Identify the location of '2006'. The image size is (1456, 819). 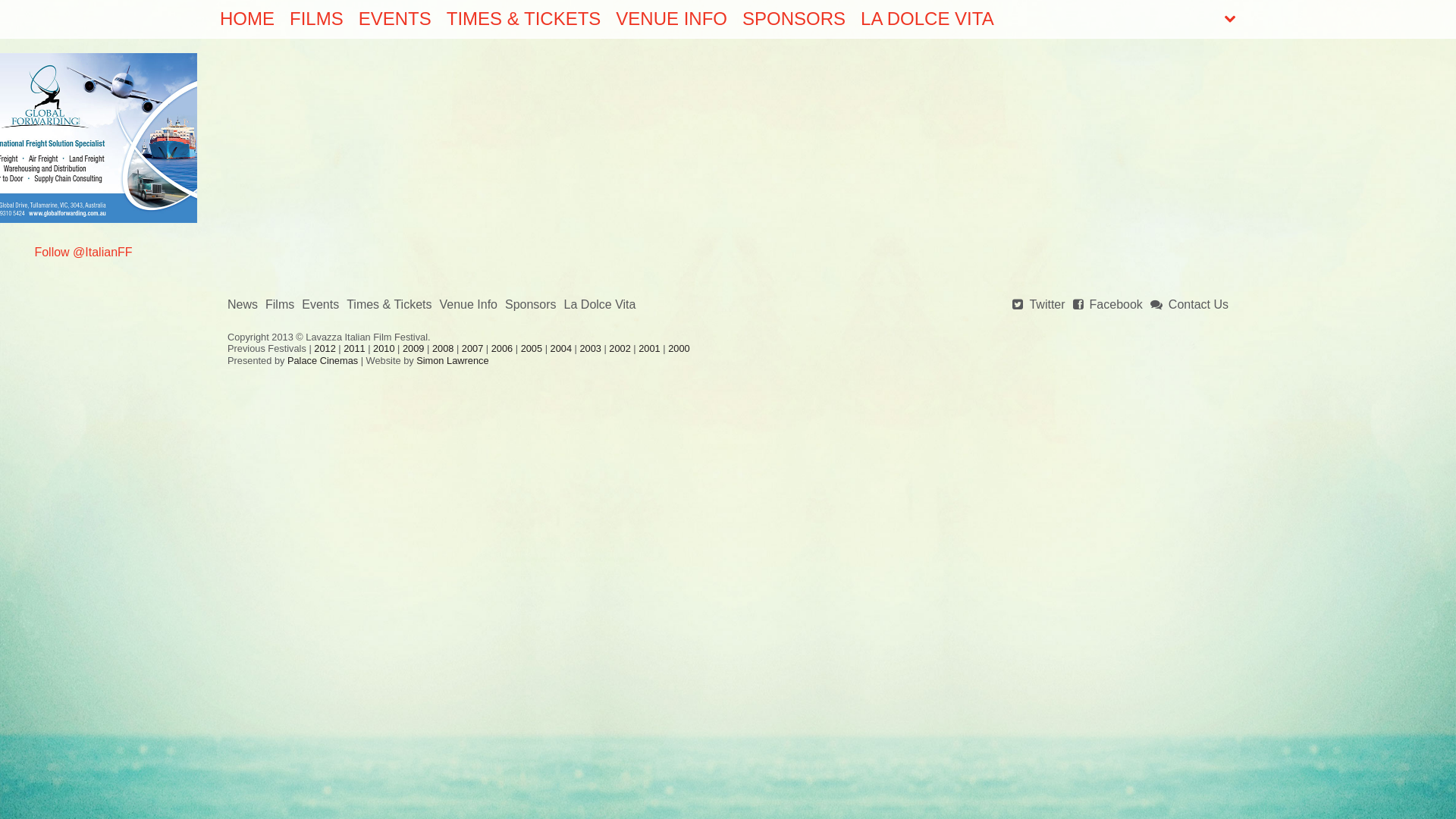
(502, 348).